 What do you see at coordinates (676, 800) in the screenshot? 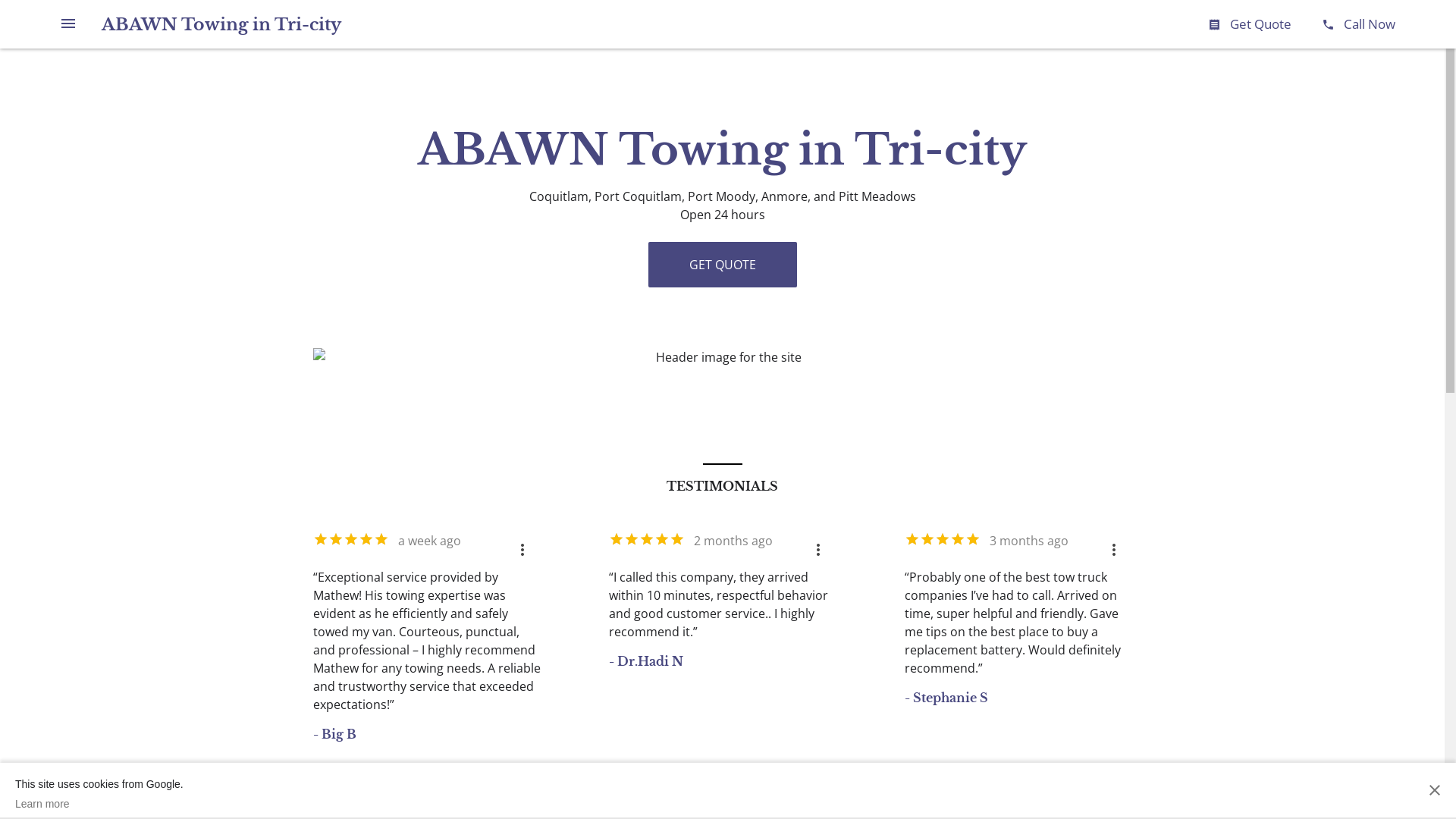
I see `'WRITE A REVIEW'` at bounding box center [676, 800].